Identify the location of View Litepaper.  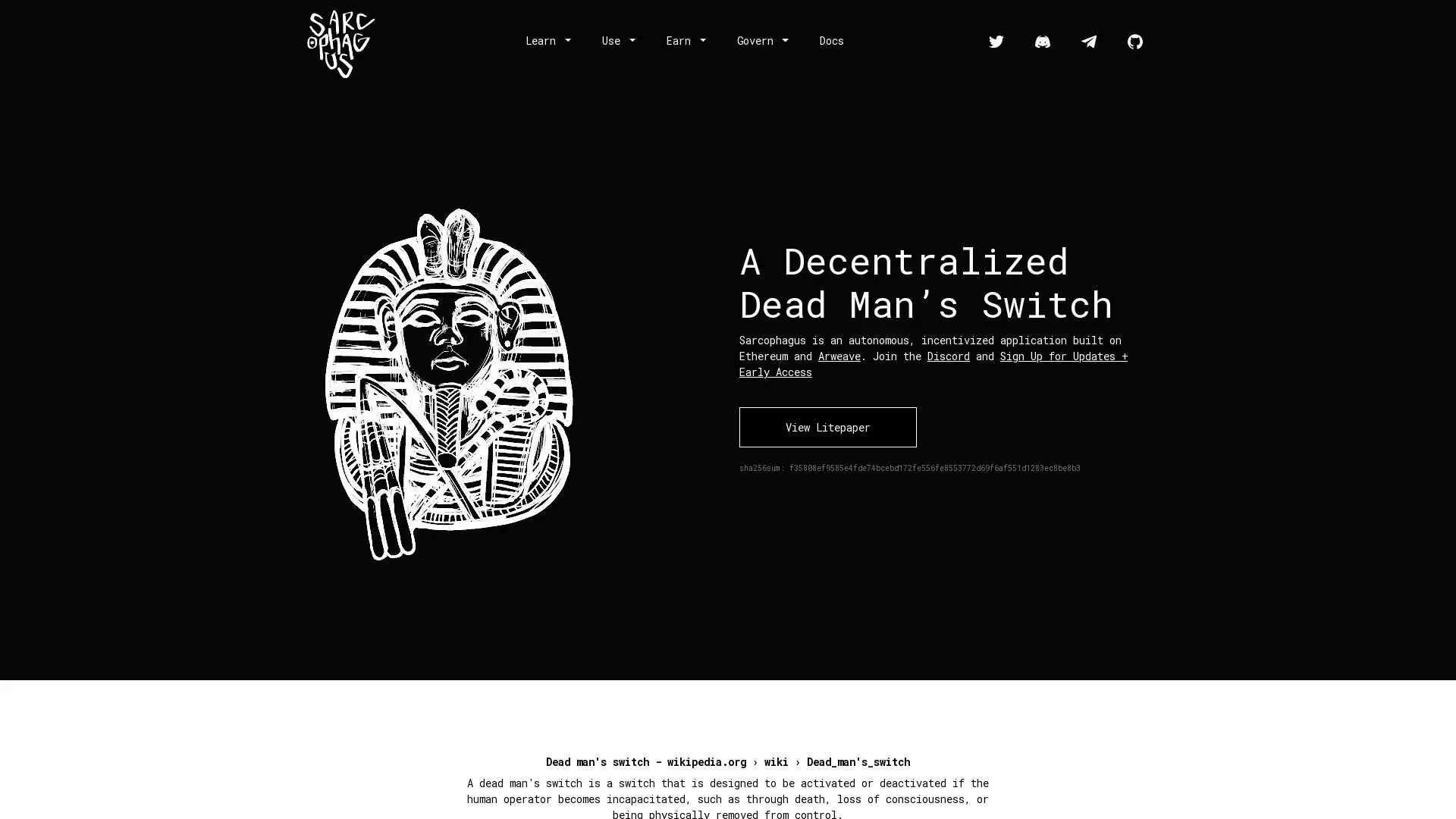
(827, 426).